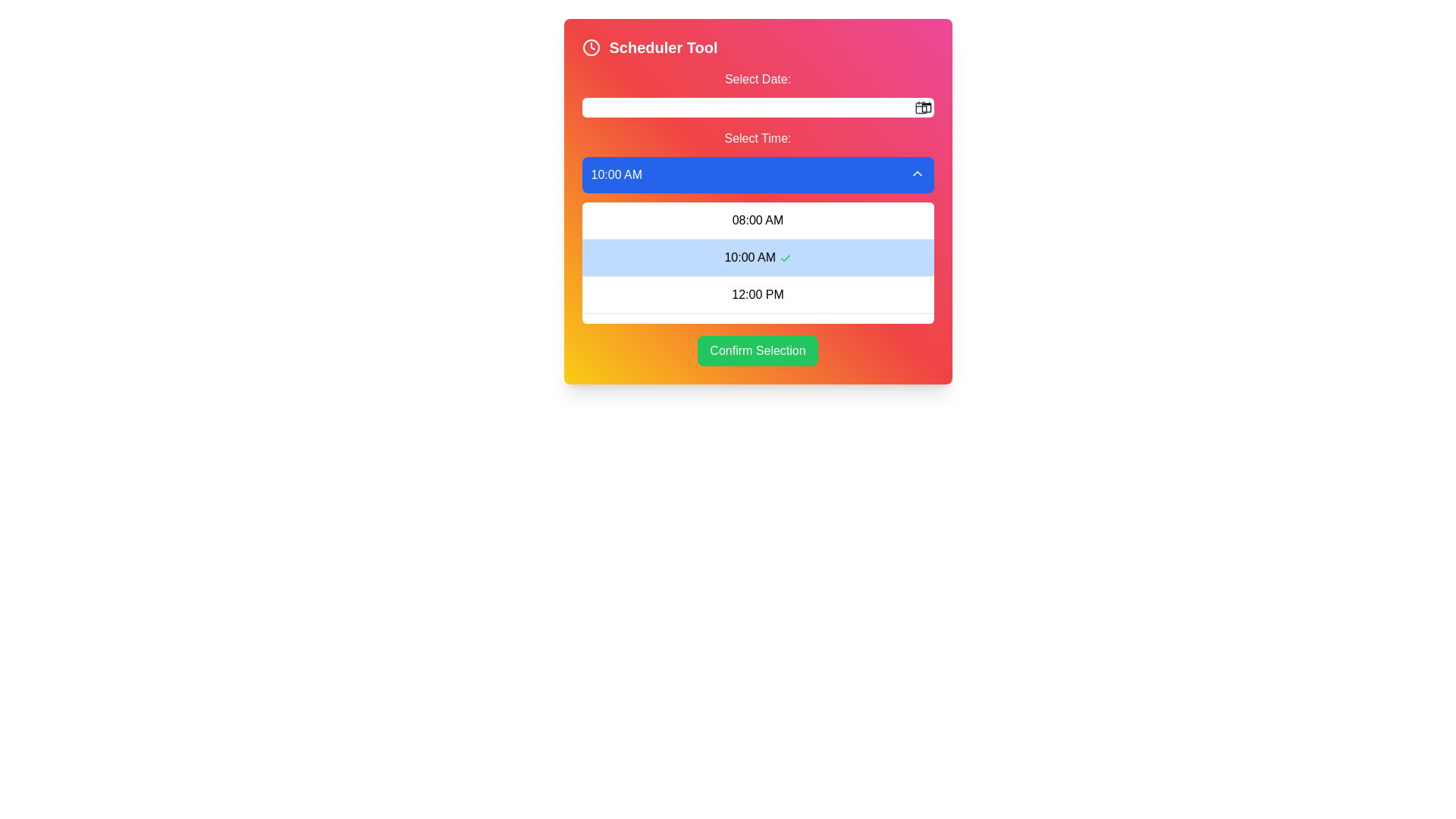 The image size is (1456, 819). What do you see at coordinates (663, 46) in the screenshot?
I see `the text label displaying 'Scheduler Tool', which is styled with bold white text inside a bright red box with rounded corners, located at the top of the interface` at bounding box center [663, 46].